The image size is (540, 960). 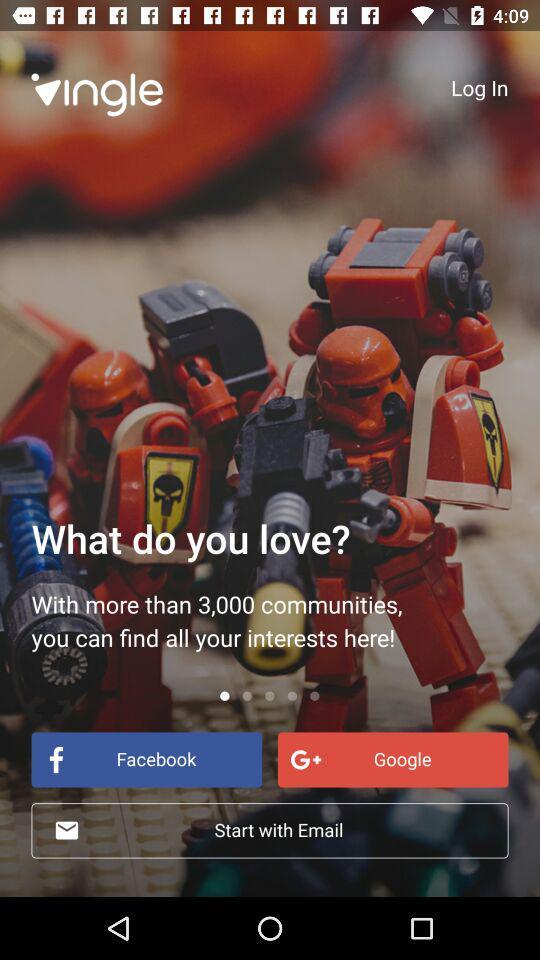 I want to click on facebook icon, so click(x=145, y=758).